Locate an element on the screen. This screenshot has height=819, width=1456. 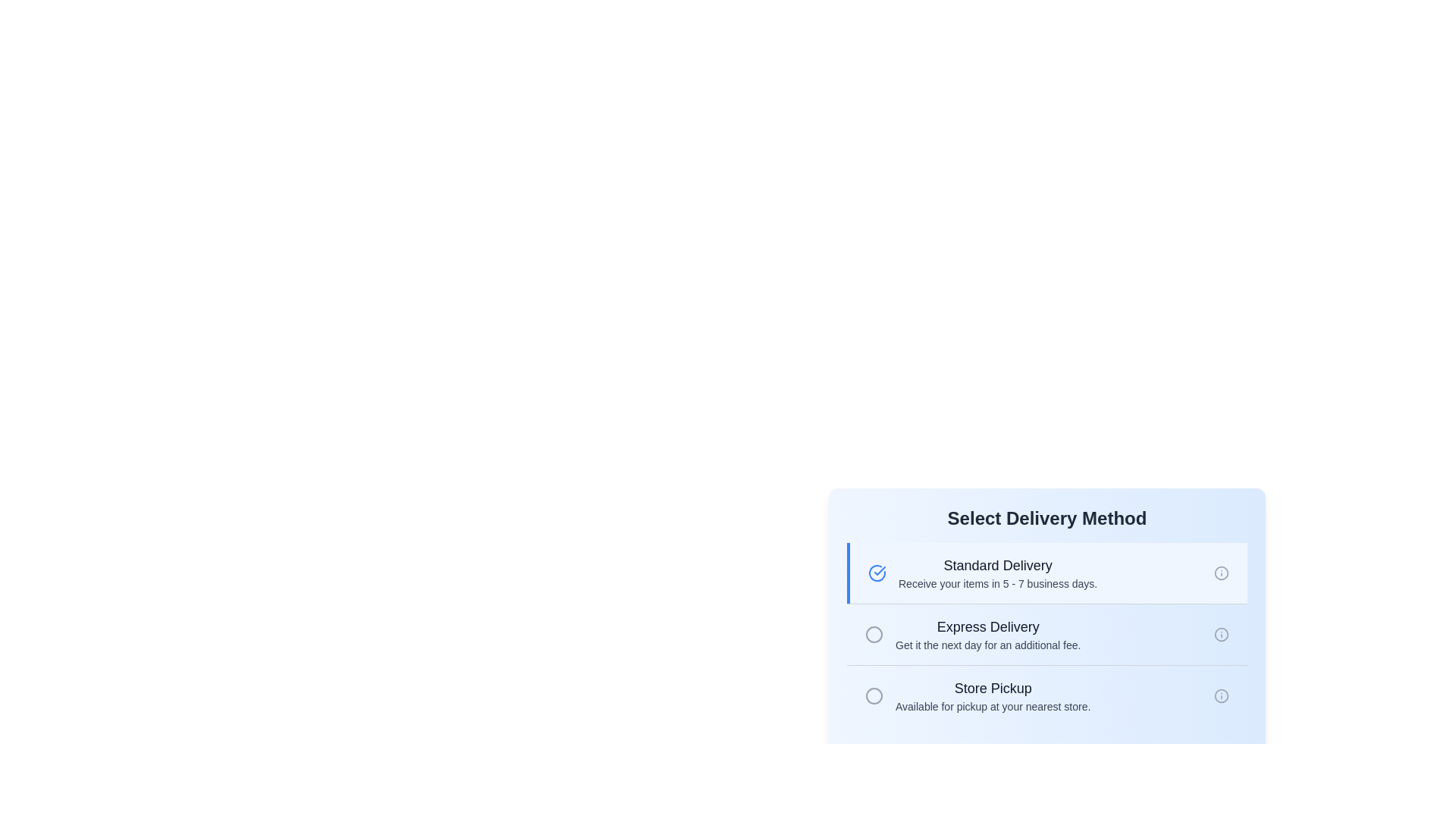
the Circle SVG component that serves as a graphical indicator for the 'Store Pickup' option in the delivery selection section is located at coordinates (874, 696).